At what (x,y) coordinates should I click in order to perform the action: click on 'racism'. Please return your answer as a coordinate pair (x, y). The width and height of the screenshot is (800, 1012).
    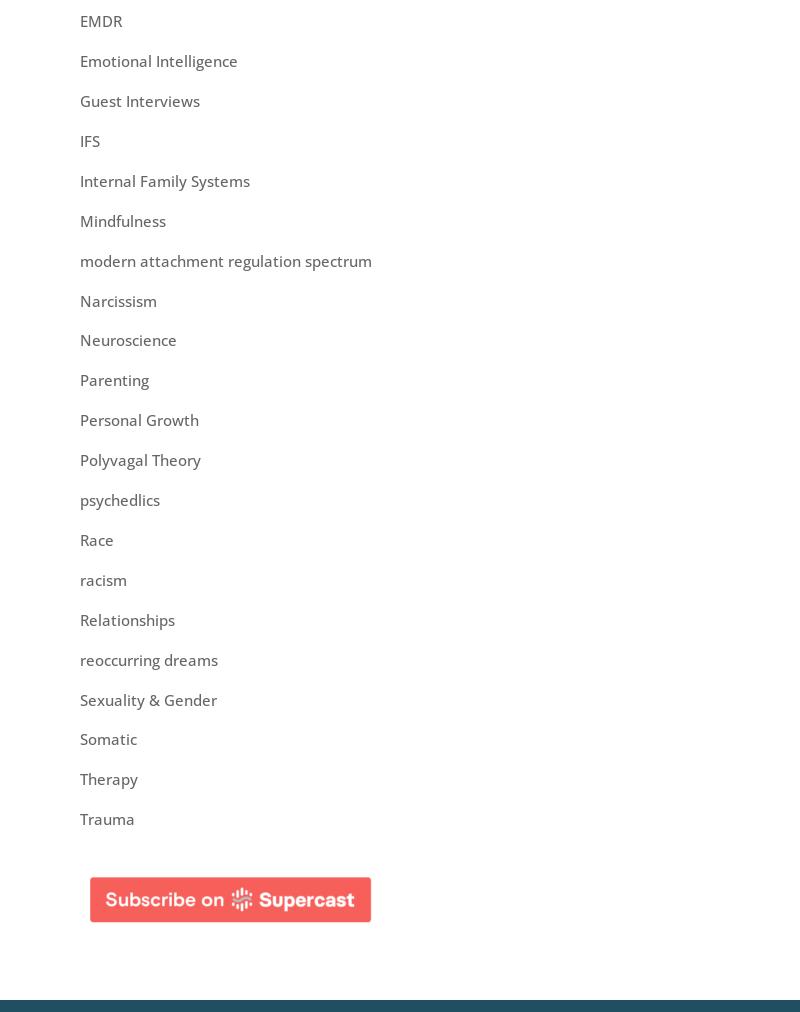
    Looking at the image, I should click on (102, 577).